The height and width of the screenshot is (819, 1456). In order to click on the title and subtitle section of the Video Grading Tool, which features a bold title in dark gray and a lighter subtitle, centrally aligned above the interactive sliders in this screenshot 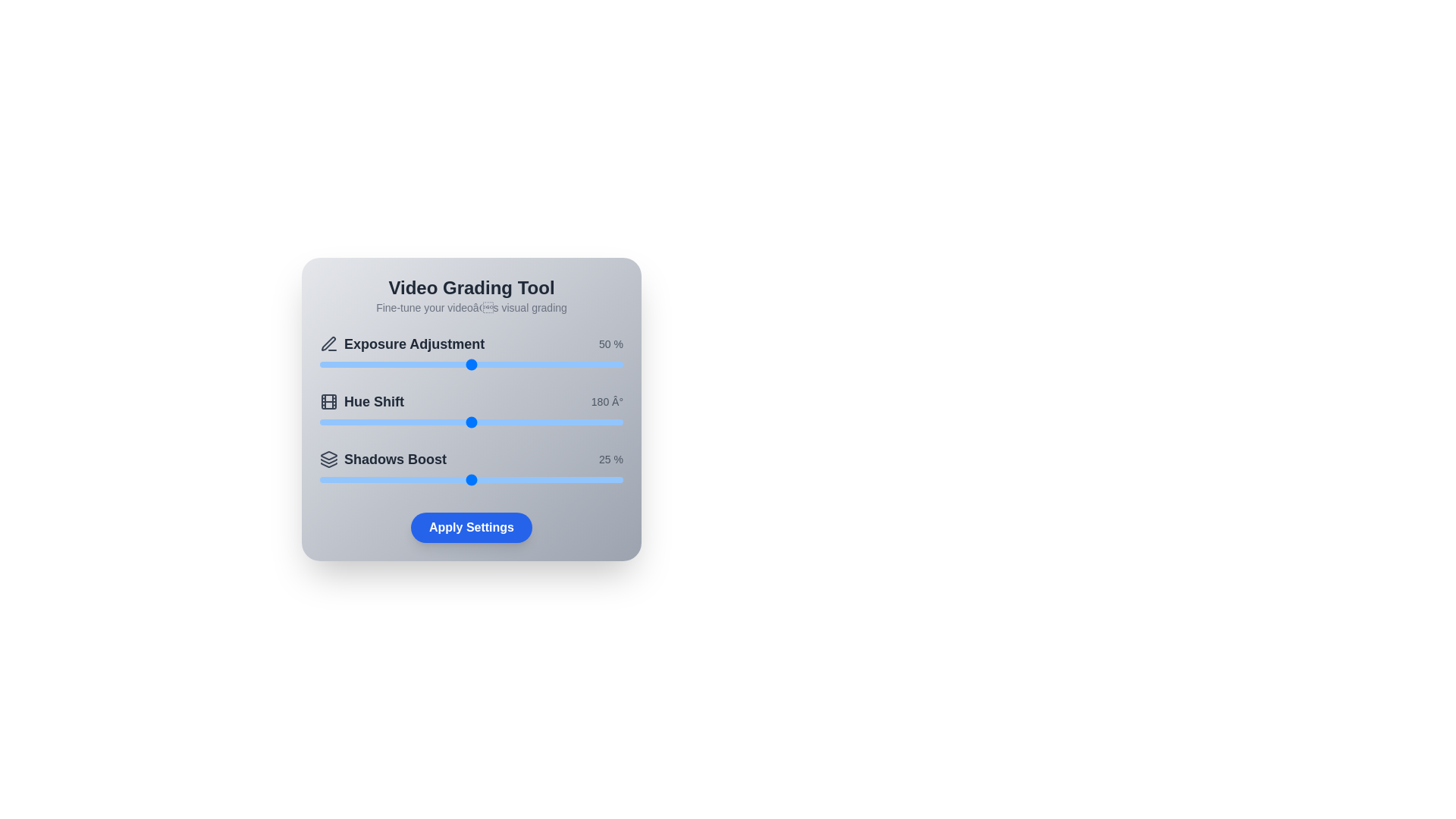, I will do `click(471, 295)`.